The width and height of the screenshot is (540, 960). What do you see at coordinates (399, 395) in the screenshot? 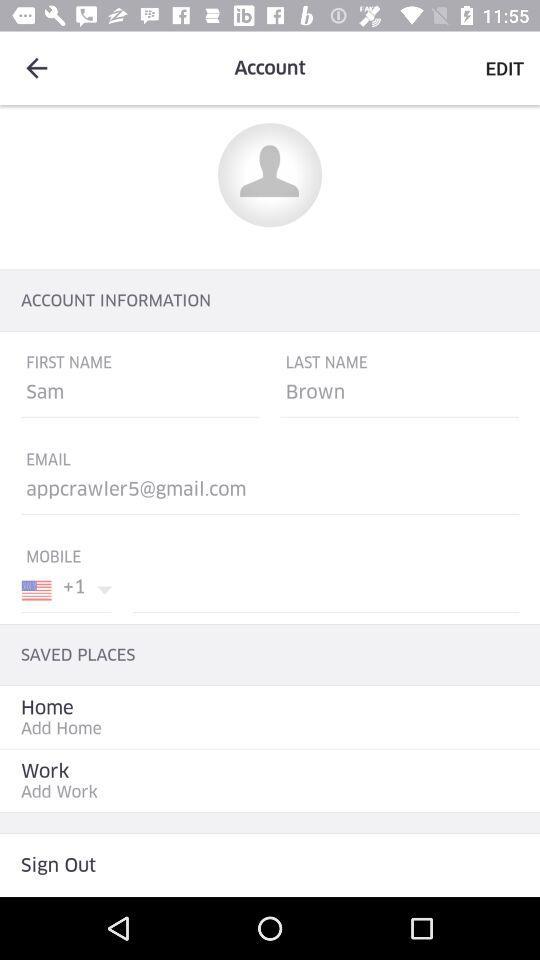
I see `the option below last name` at bounding box center [399, 395].